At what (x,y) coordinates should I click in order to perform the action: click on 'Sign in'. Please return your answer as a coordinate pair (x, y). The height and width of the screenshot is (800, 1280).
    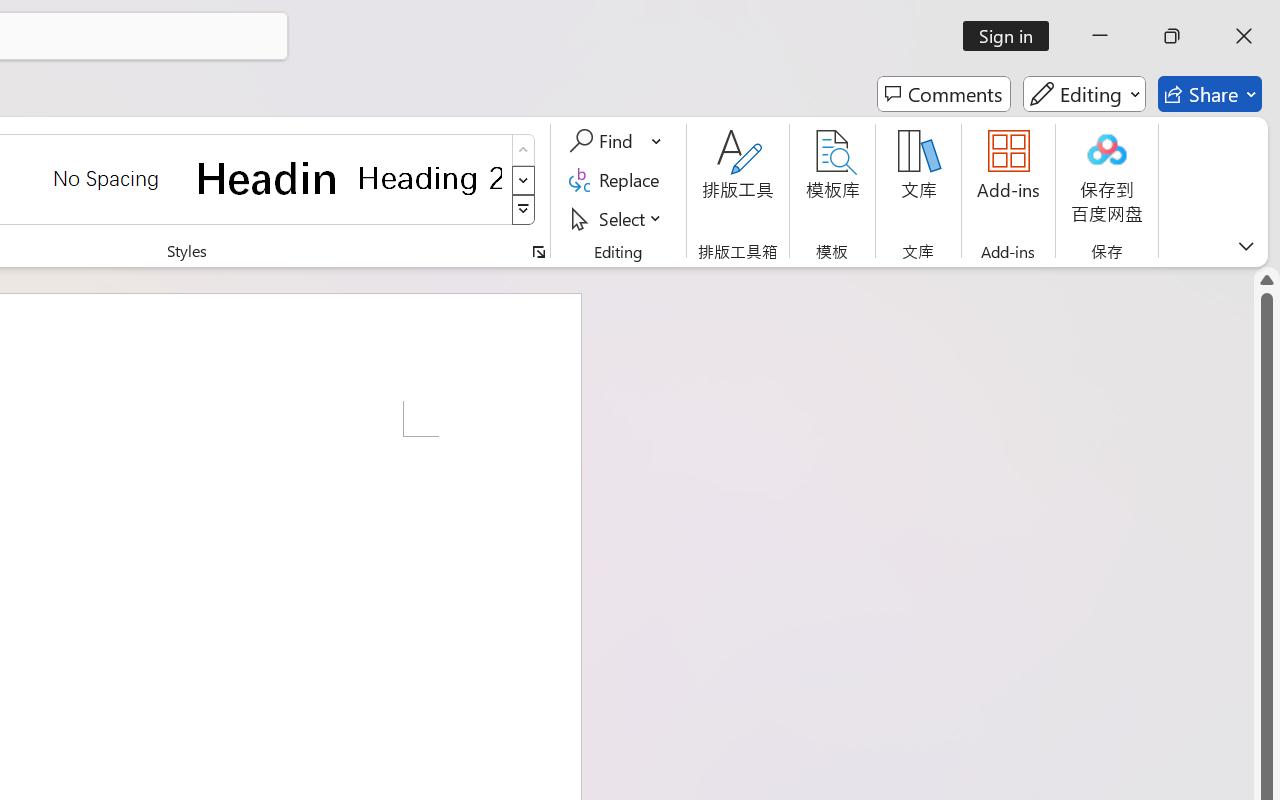
    Looking at the image, I should click on (1013, 35).